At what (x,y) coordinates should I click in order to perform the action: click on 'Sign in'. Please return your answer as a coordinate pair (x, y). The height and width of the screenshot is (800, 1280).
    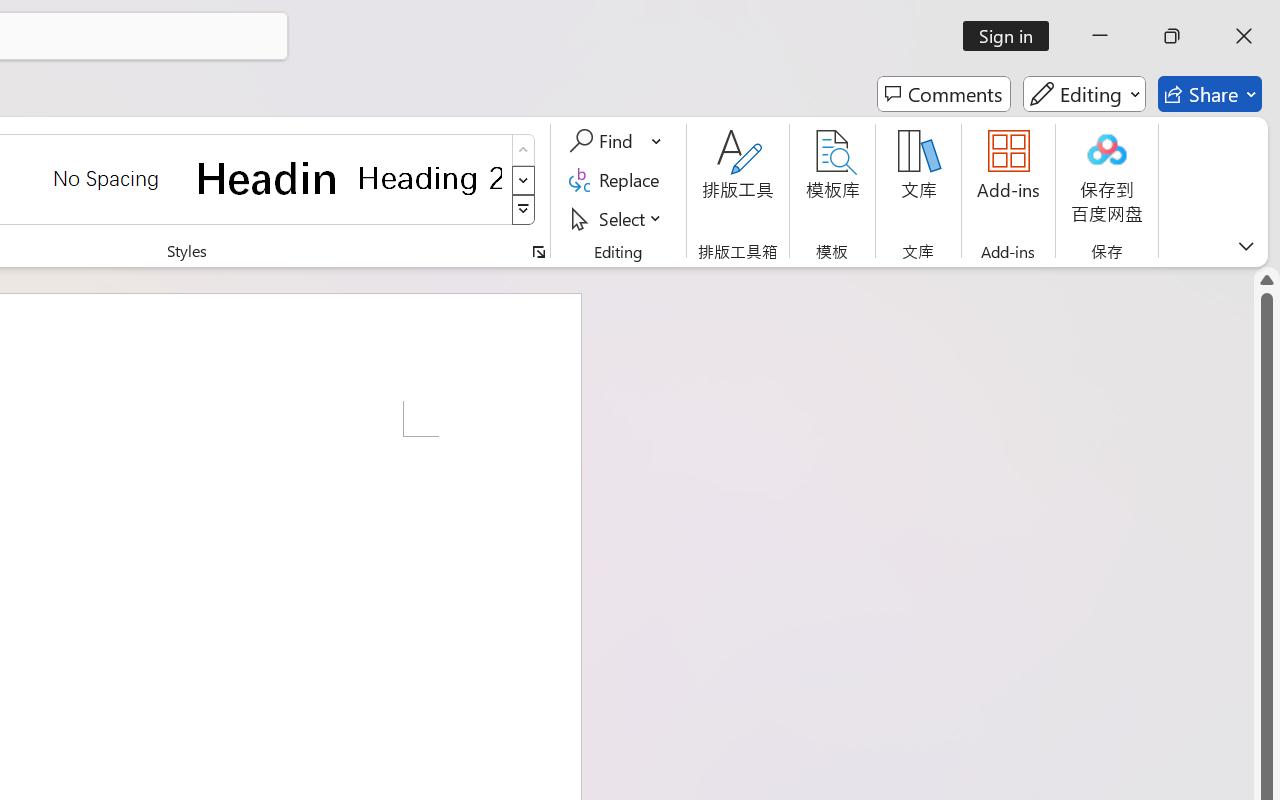
    Looking at the image, I should click on (1013, 35).